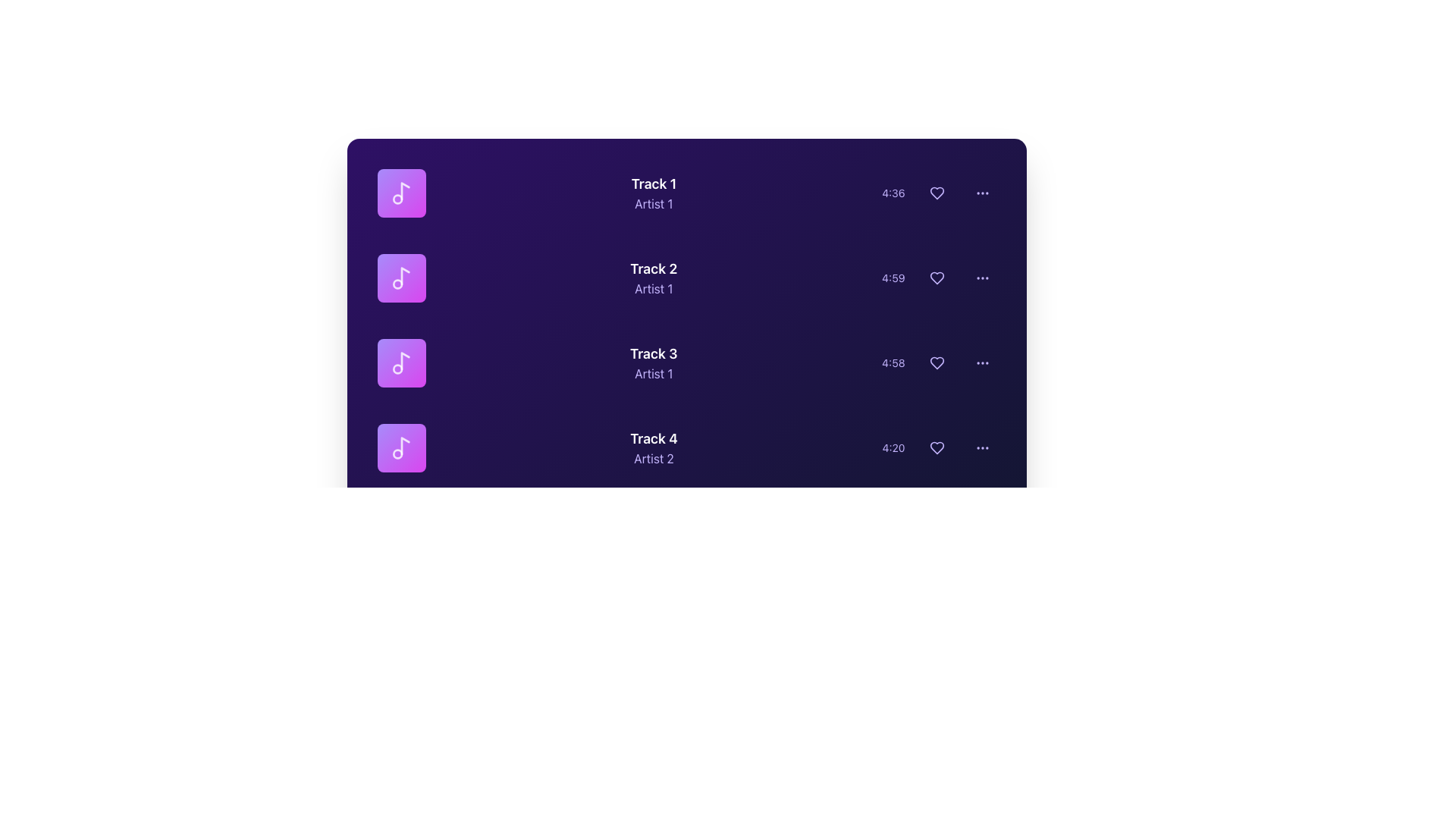  Describe the element at coordinates (686, 192) in the screenshot. I see `the first item in the music playlist` at that location.